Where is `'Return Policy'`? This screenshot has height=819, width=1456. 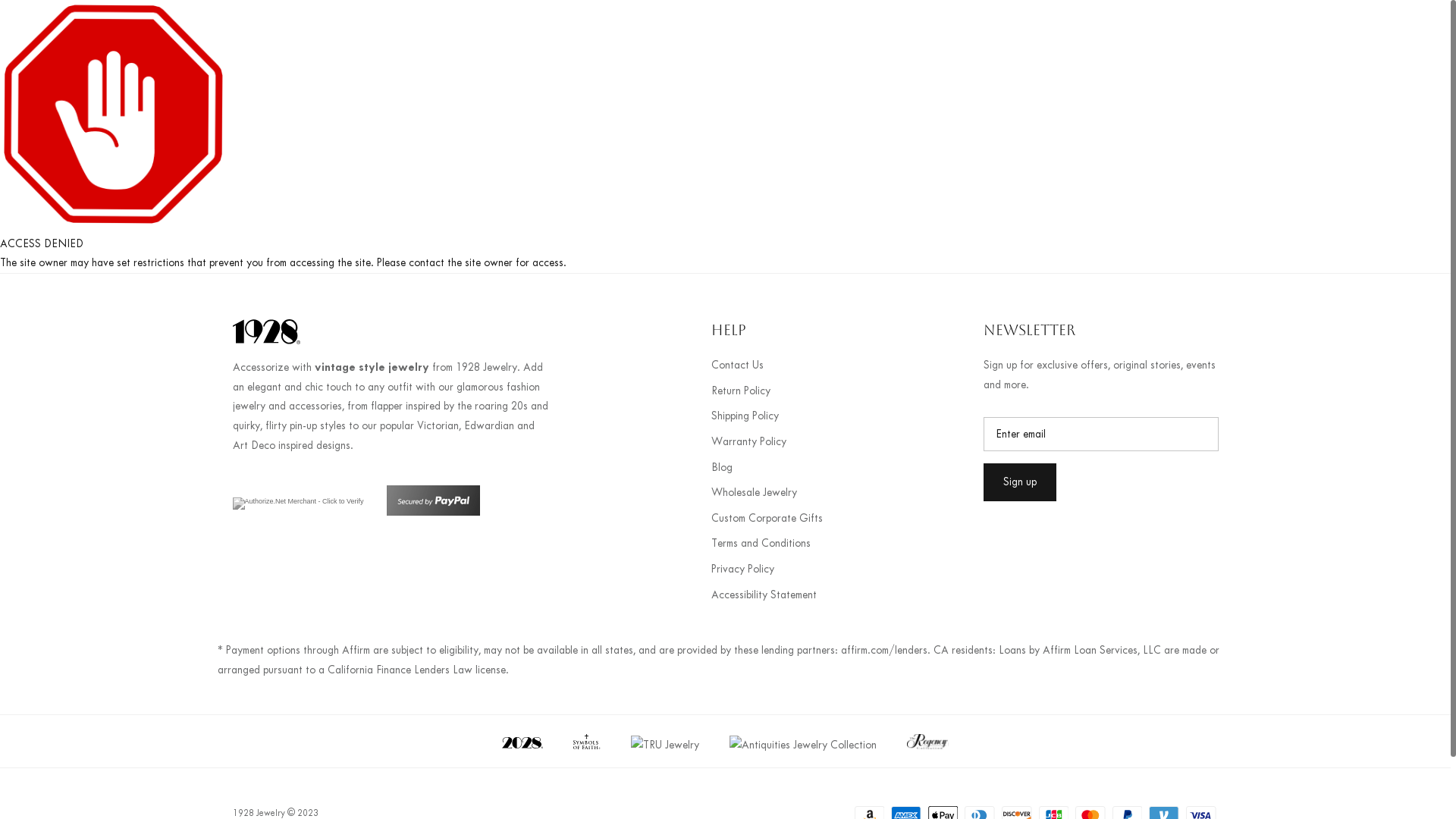 'Return Policy' is located at coordinates (741, 390).